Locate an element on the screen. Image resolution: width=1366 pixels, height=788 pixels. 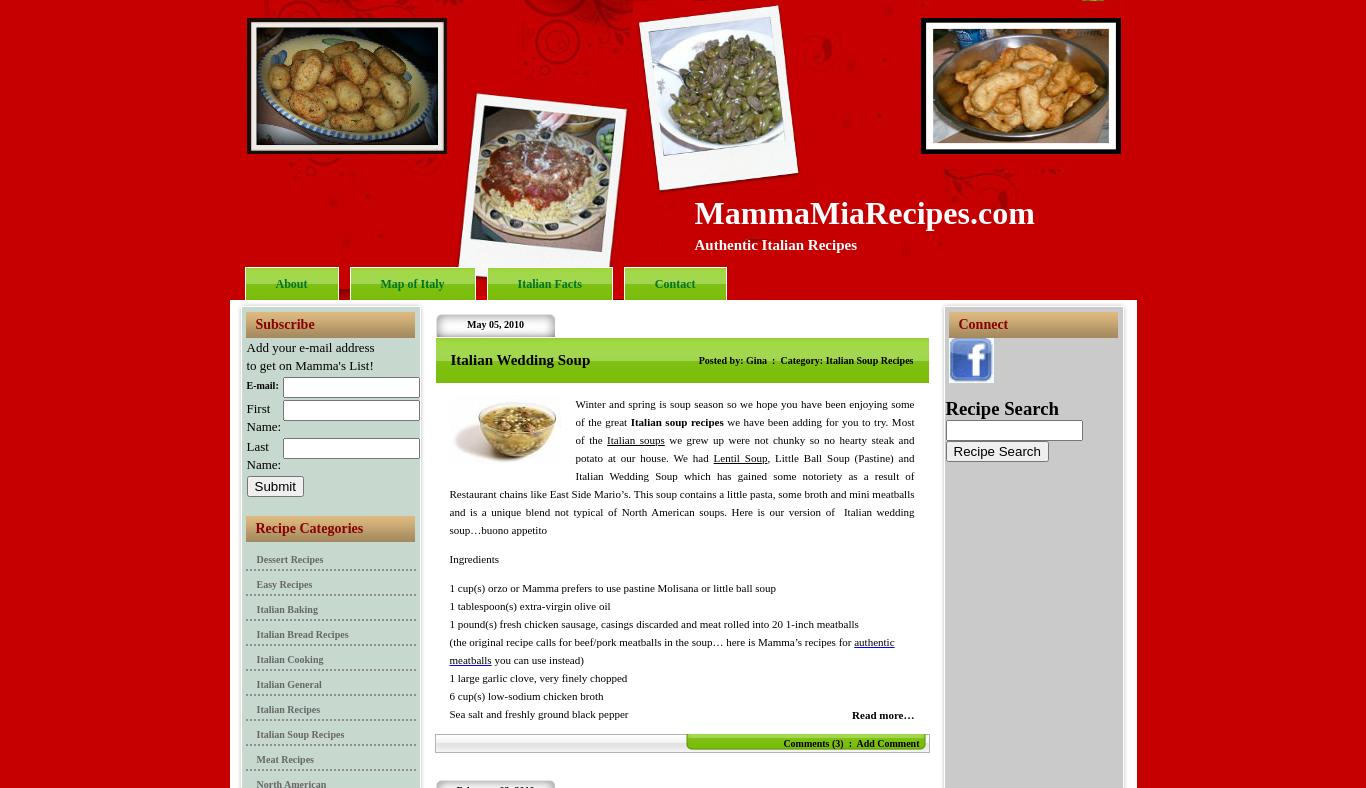
'About' is located at coordinates (290, 282).